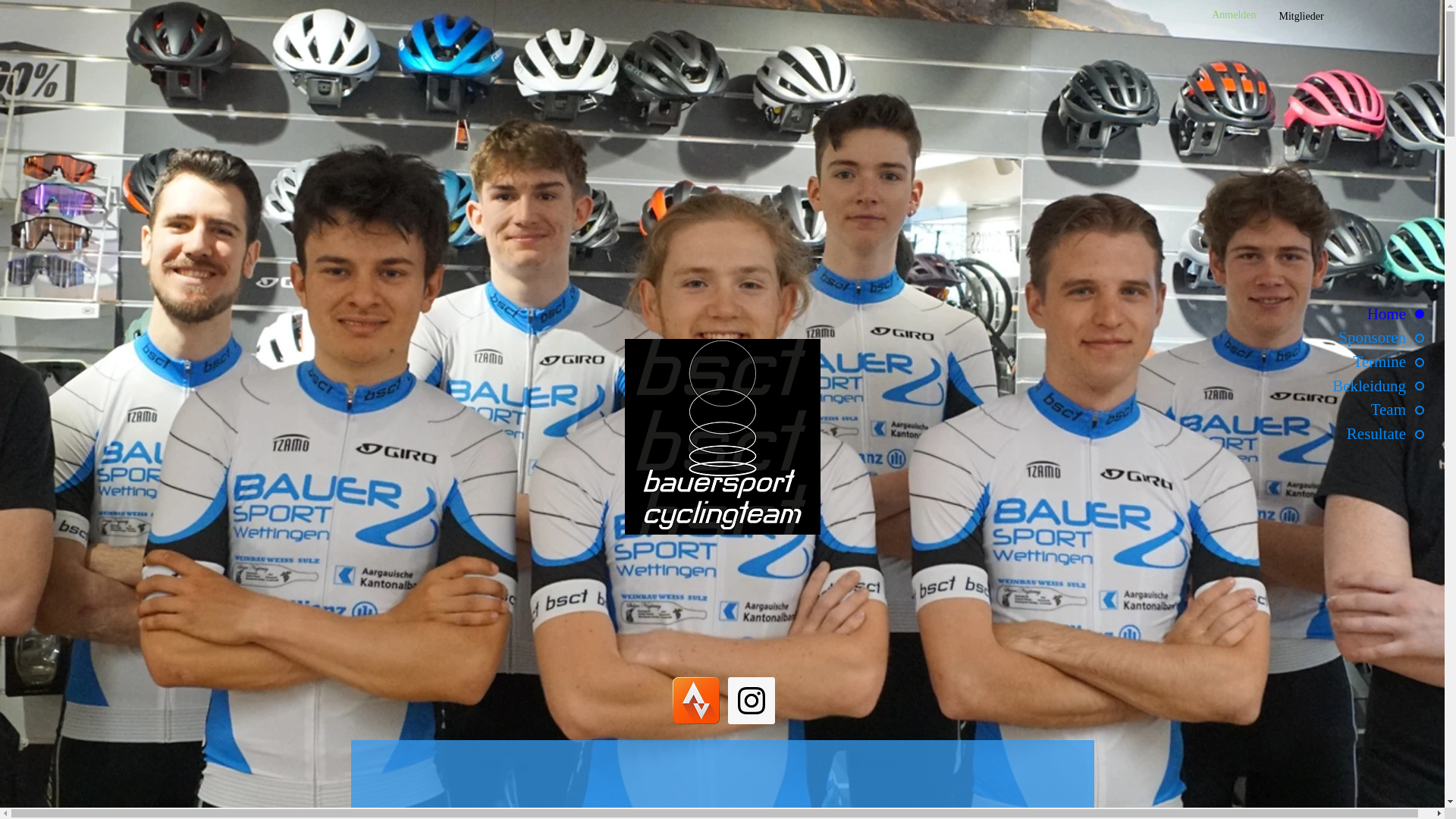 This screenshot has width=1456, height=819. Describe the element at coordinates (1345, 337) in the screenshot. I see `'Sponsoren'` at that location.